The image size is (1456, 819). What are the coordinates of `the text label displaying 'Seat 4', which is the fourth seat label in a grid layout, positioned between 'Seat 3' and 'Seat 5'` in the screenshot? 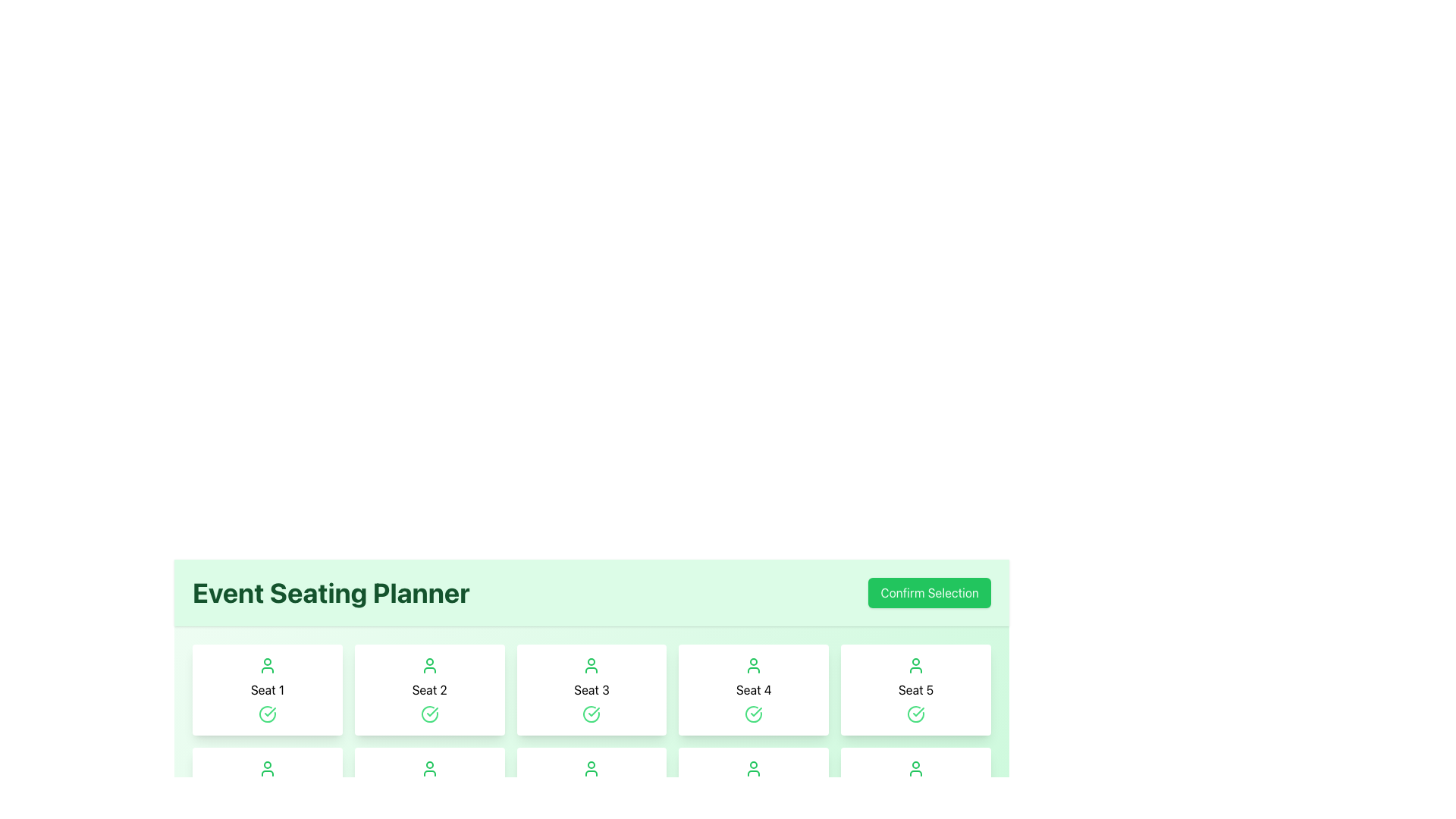 It's located at (754, 690).